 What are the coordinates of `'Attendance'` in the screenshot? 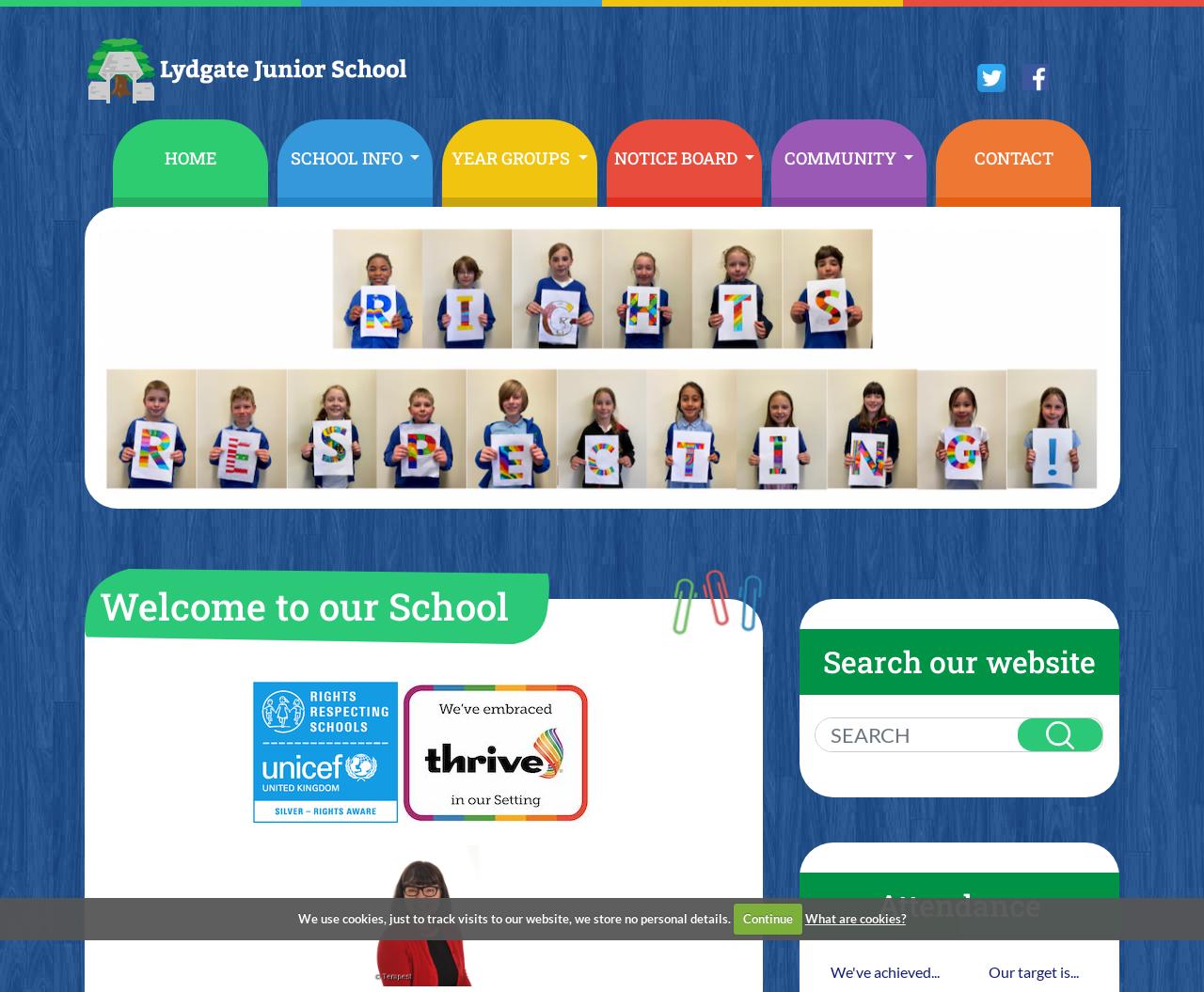 It's located at (875, 905).